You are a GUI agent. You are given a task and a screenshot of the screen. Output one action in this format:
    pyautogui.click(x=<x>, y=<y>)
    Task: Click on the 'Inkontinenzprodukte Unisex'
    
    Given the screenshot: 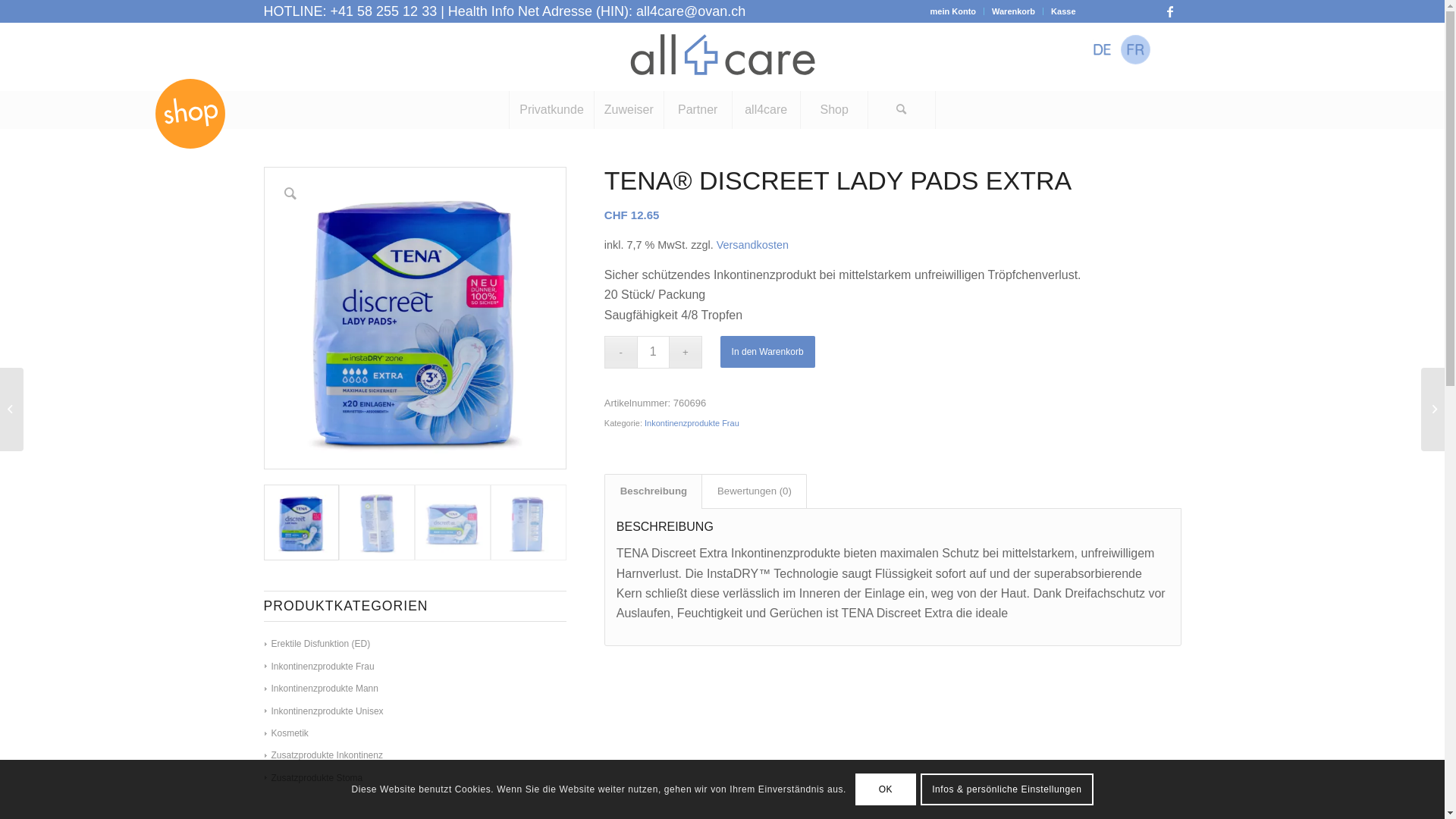 What is the action you would take?
    pyautogui.click(x=322, y=711)
    